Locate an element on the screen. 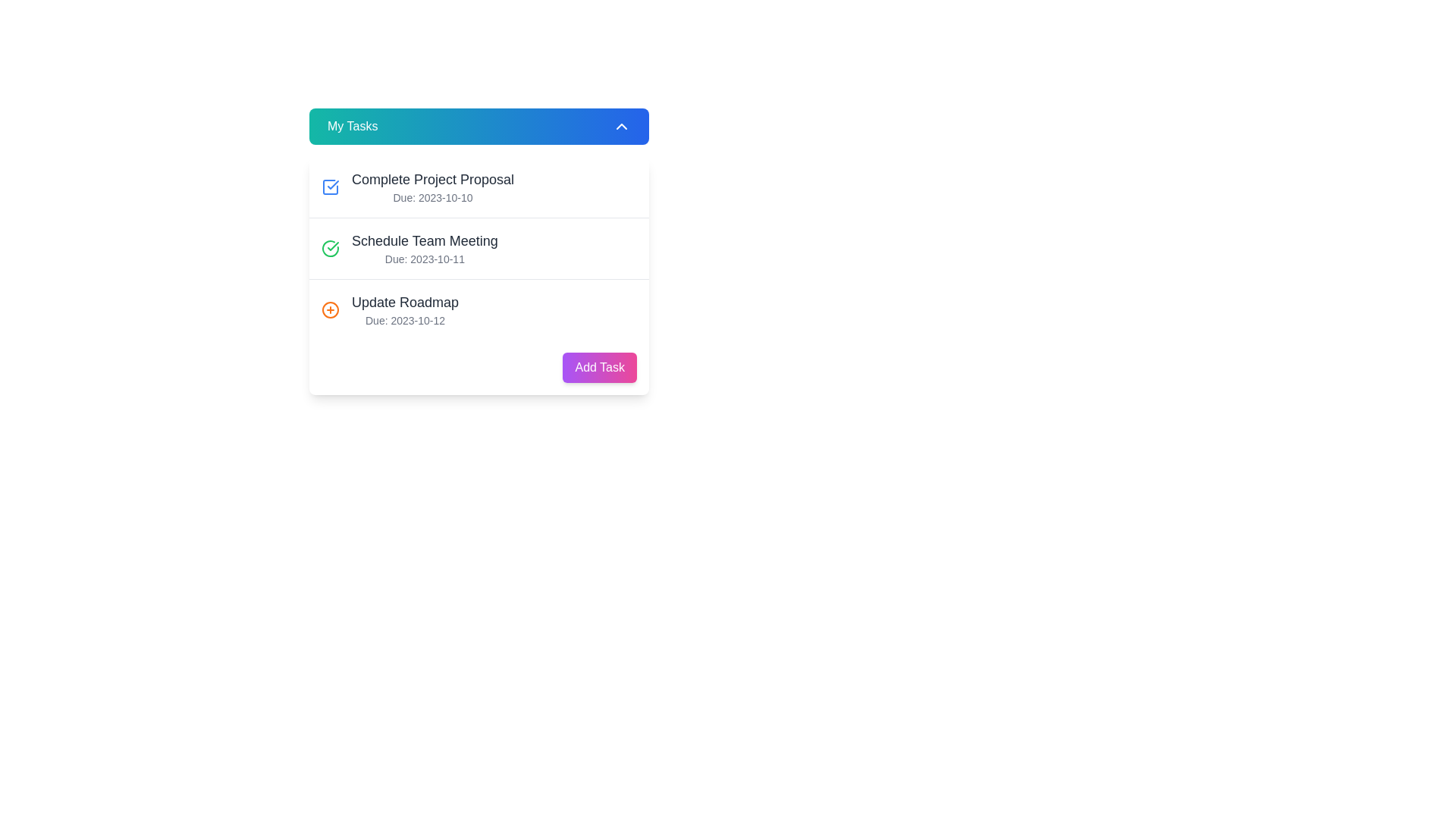 The width and height of the screenshot is (1456, 819). the first task item is located at coordinates (479, 186).